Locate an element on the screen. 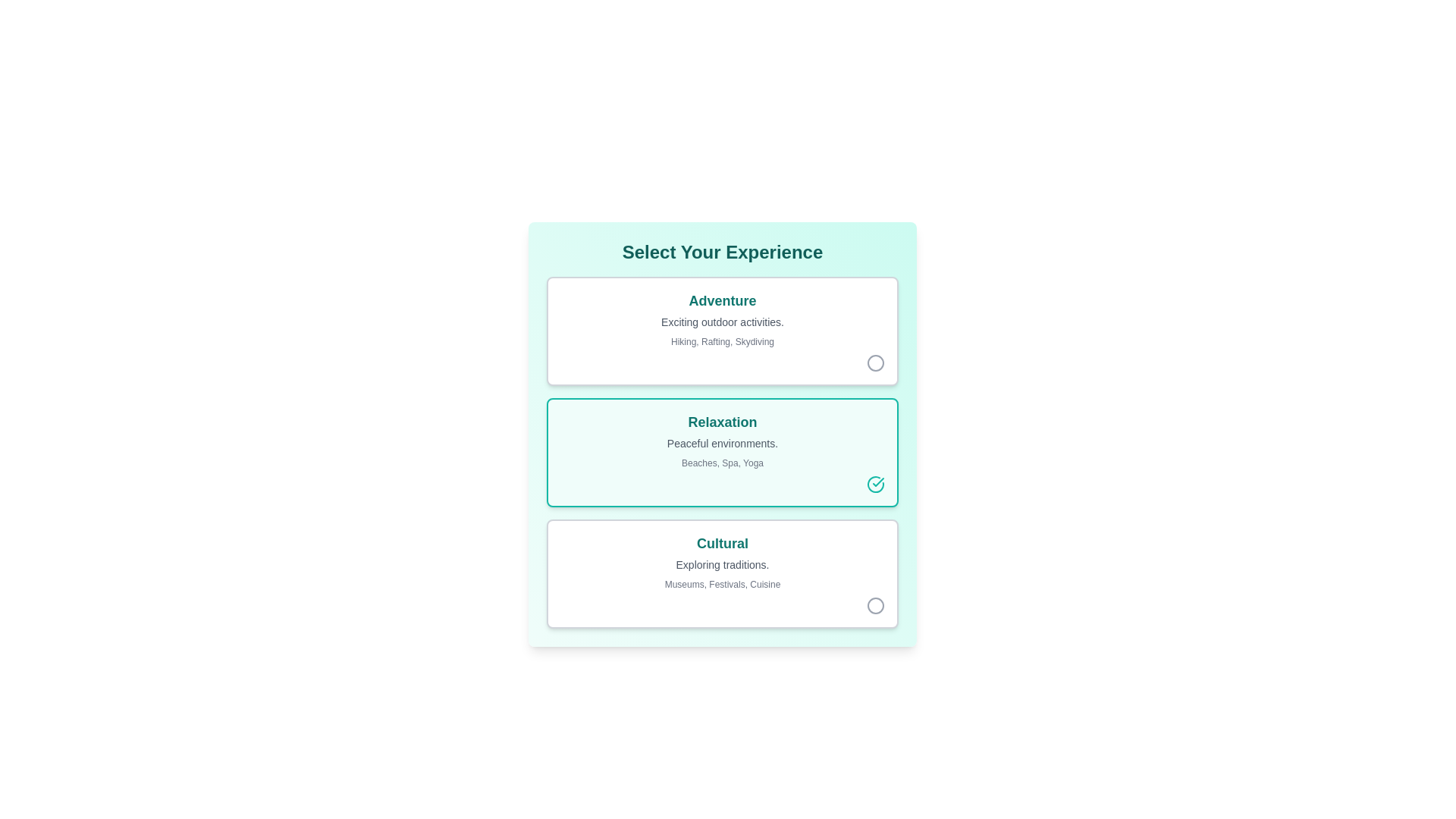 This screenshot has height=819, width=1456. the static text providing context for the 'Cultural' category within the card, located centrally between the title 'Cultural' and the descriptive text 'Museums, Festivals, Cuisine' is located at coordinates (722, 564).